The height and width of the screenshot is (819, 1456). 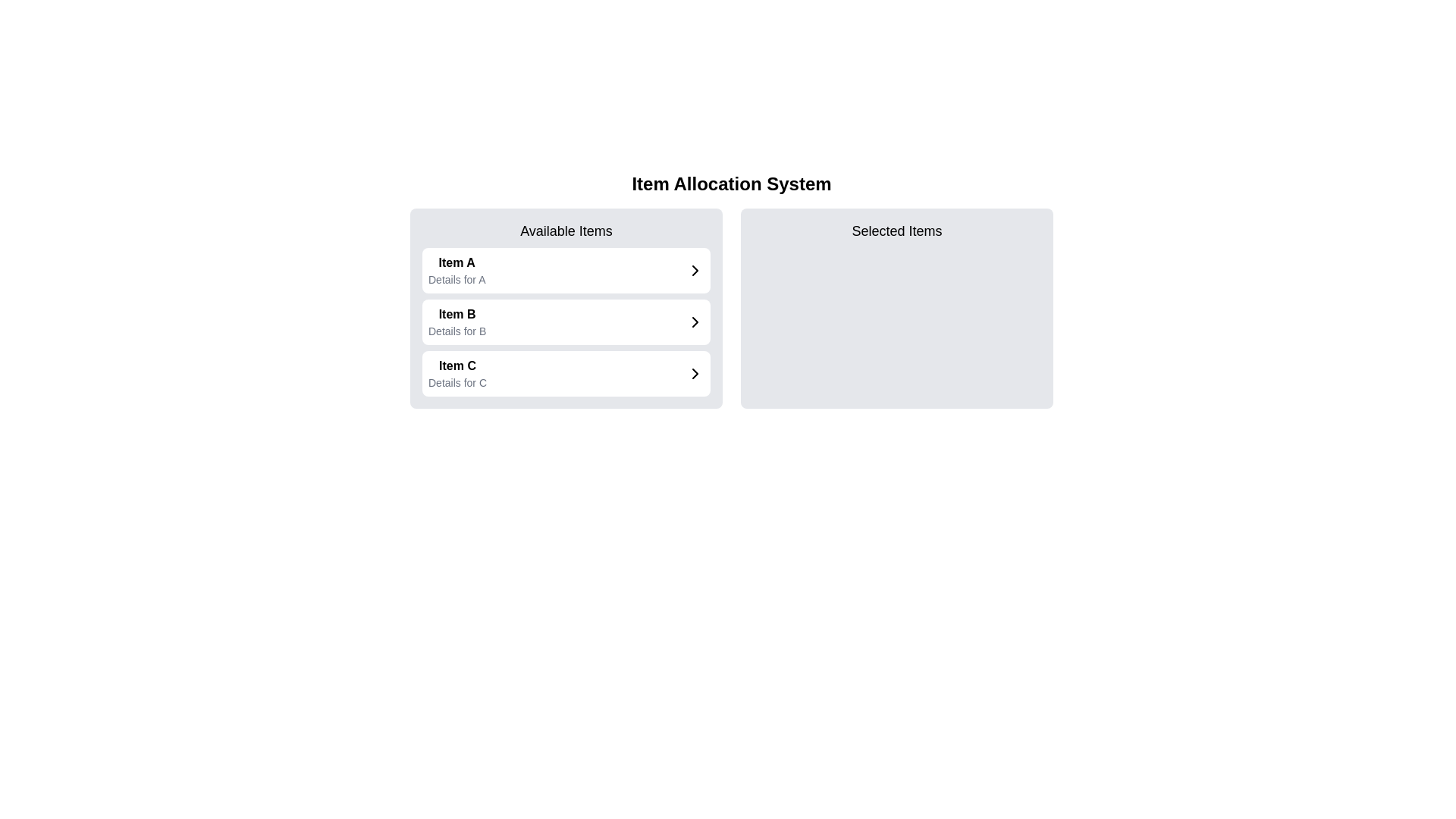 What do you see at coordinates (694, 321) in the screenshot?
I see `the interactive chevron icon (>) located at the rightmost part of the list item labeled 'Item B', which is styled with a hover effect that changes its color to green` at bounding box center [694, 321].